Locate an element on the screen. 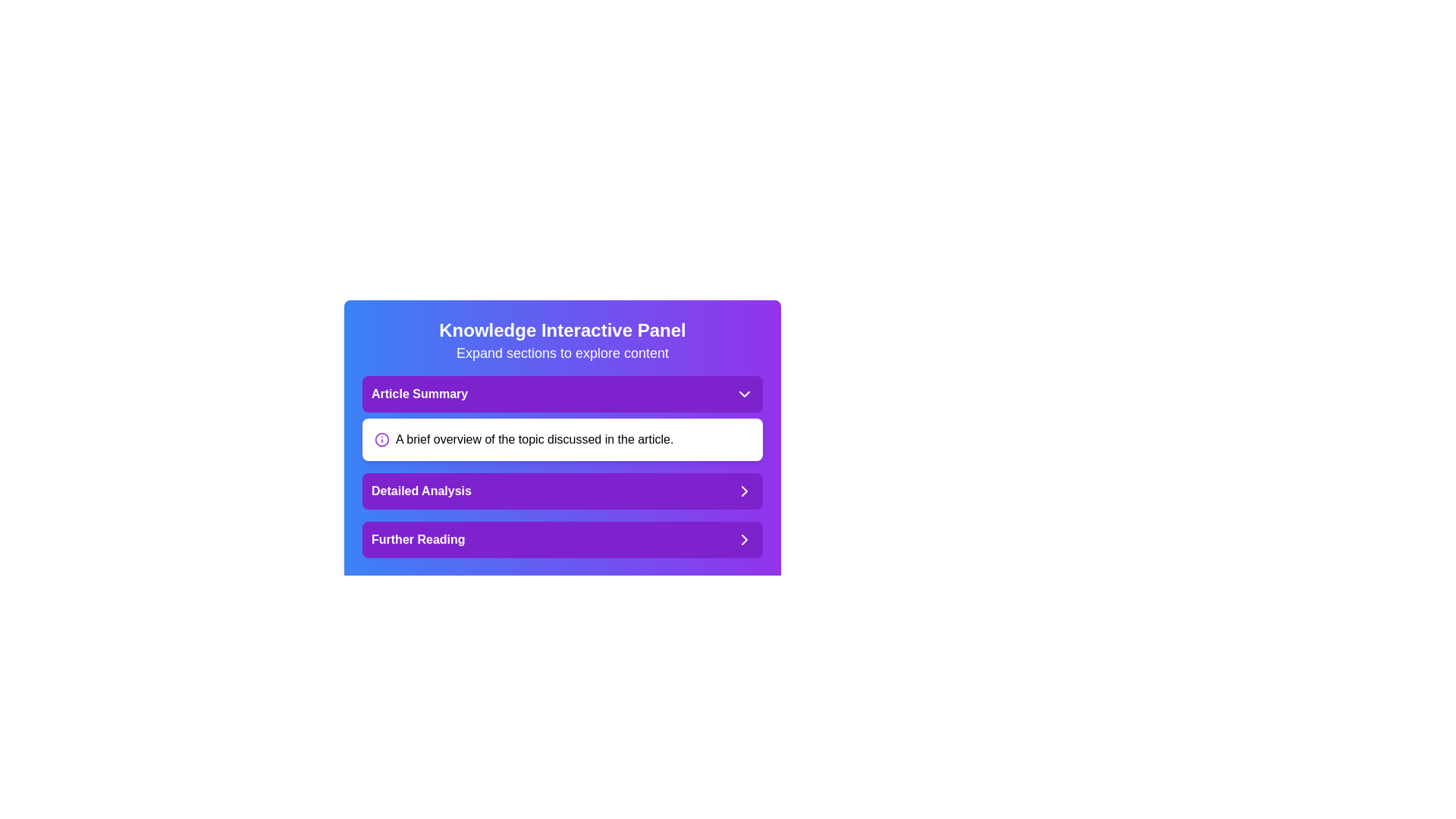 This screenshot has height=819, width=1456. SVG code of the circular element representing an information symbol located within the 'Article Summary' section, adjacent to the left of the description text is located at coordinates (382, 439).